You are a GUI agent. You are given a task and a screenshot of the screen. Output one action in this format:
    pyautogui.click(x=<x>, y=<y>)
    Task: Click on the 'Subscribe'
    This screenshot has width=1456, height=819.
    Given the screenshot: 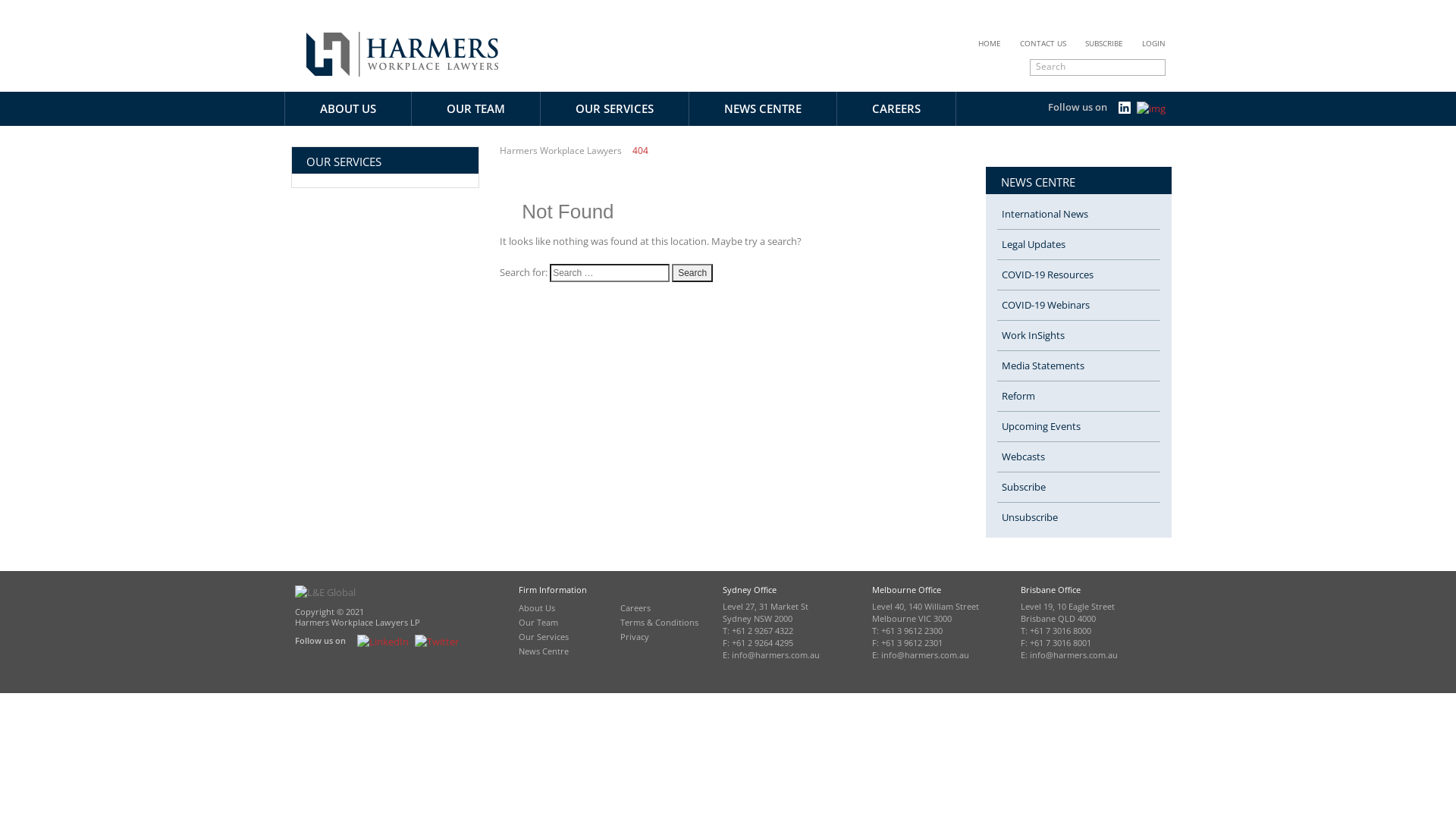 What is the action you would take?
    pyautogui.click(x=1078, y=488)
    